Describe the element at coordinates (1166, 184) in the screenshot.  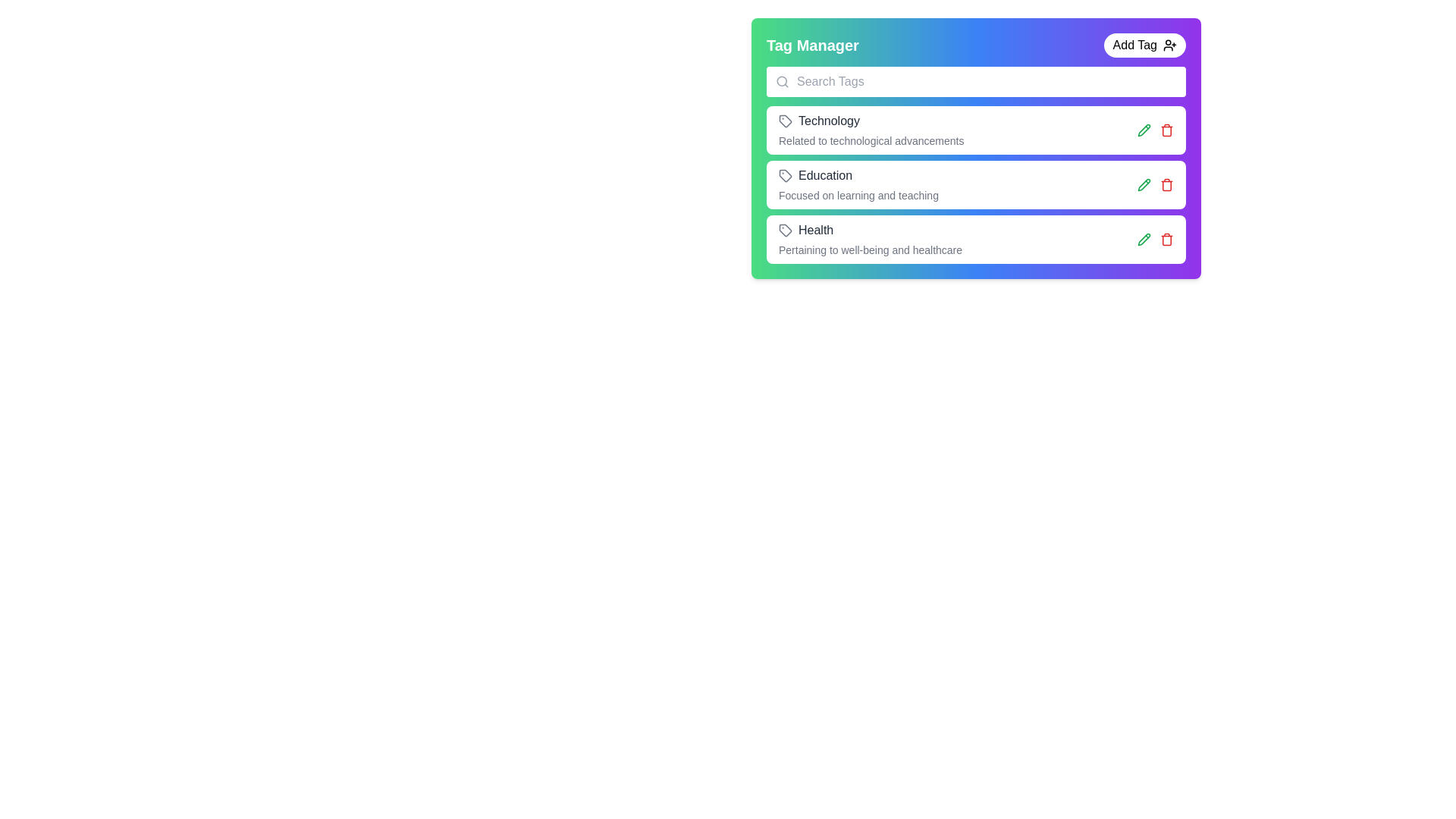
I see `the red trash bin icon delete button at the right end of the item bar to trigger the hover effect and change its color to dark red` at that location.